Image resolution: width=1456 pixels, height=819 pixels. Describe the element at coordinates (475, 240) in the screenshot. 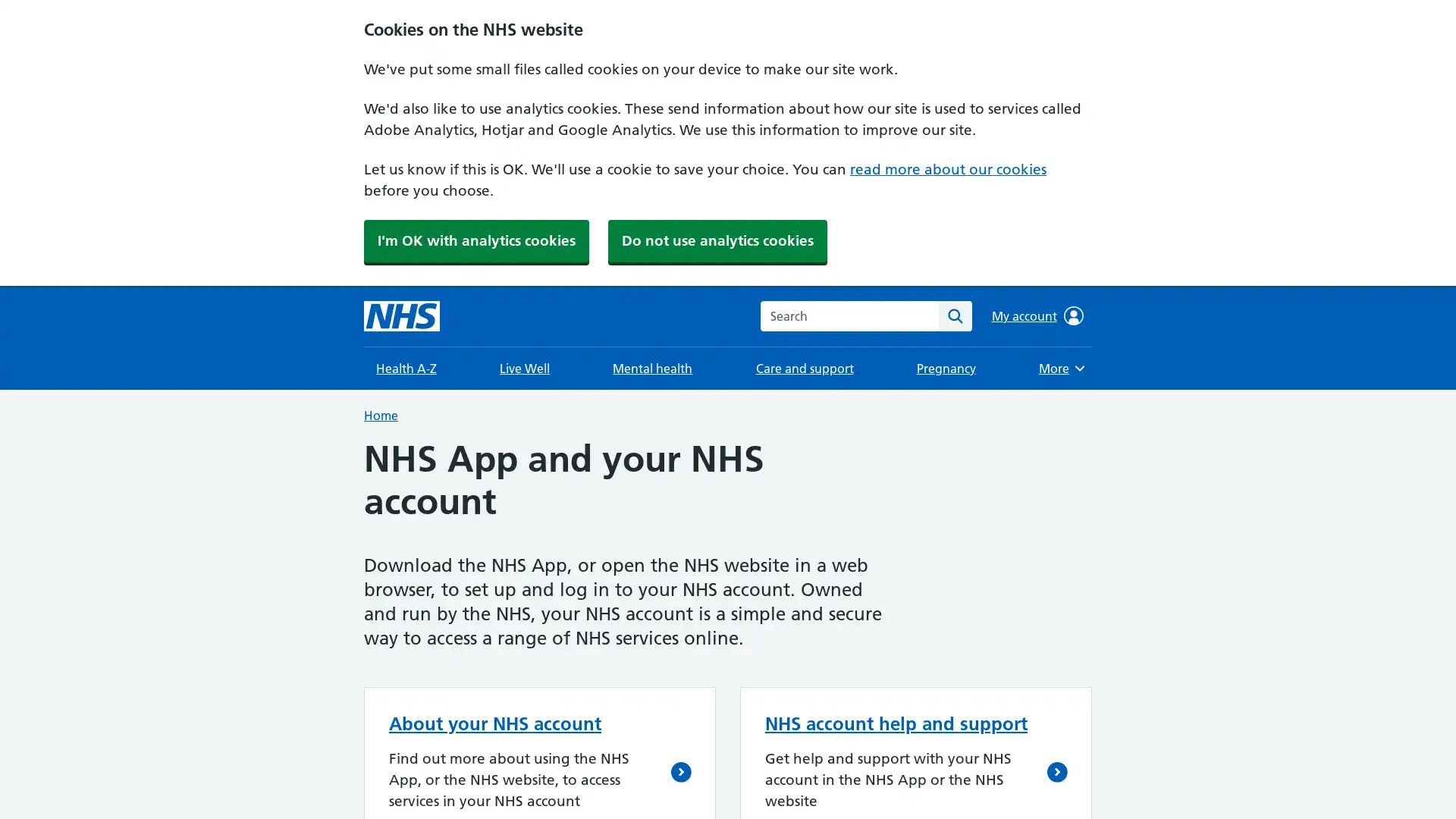

I see `I'm OK with analytics cookies` at that location.